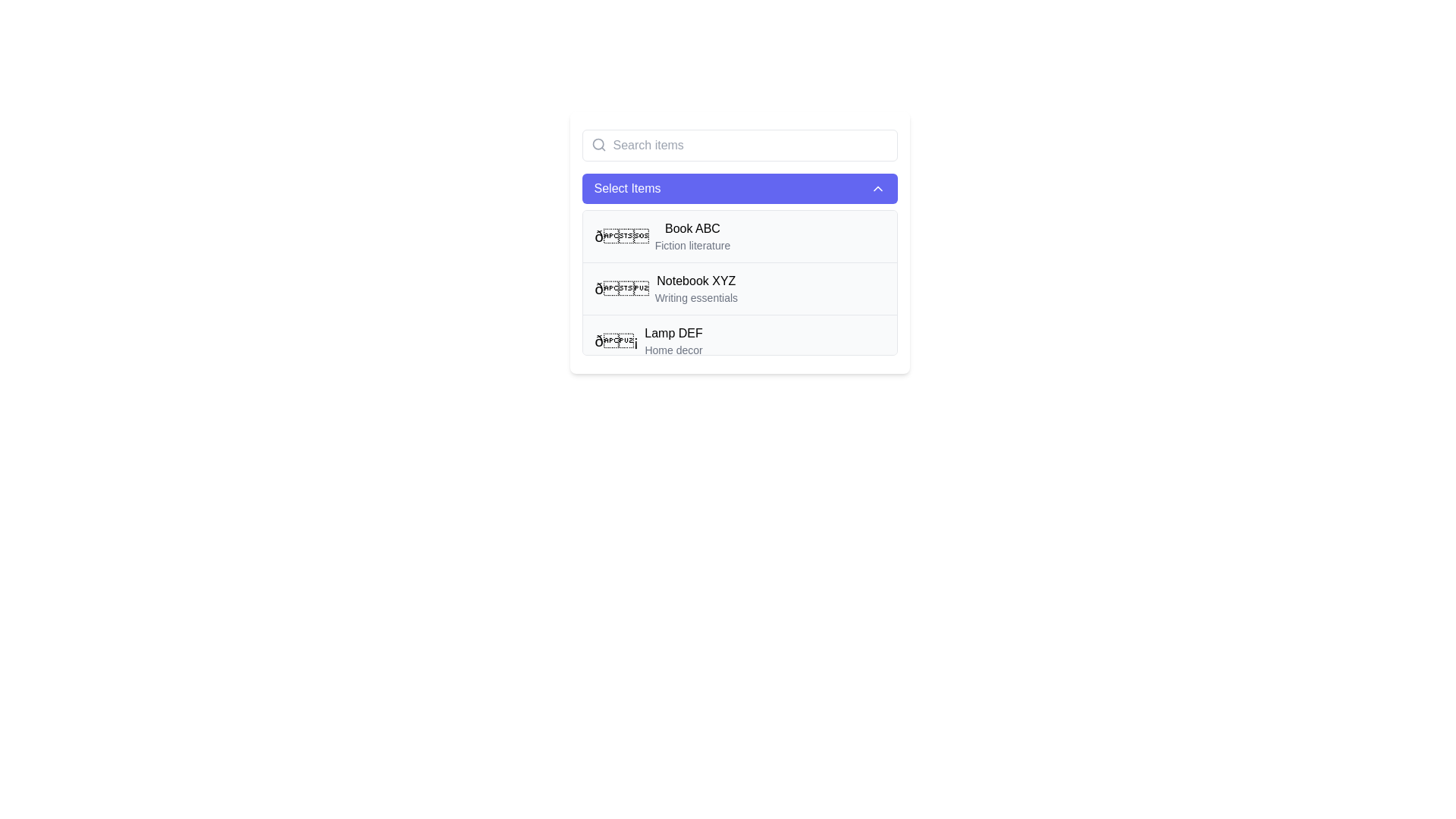  I want to click on text label displaying 'Notebook XYZ' and its description 'Writing essentials', which is the second item in the structured list under the section titled 'Select Items', so click(695, 289).